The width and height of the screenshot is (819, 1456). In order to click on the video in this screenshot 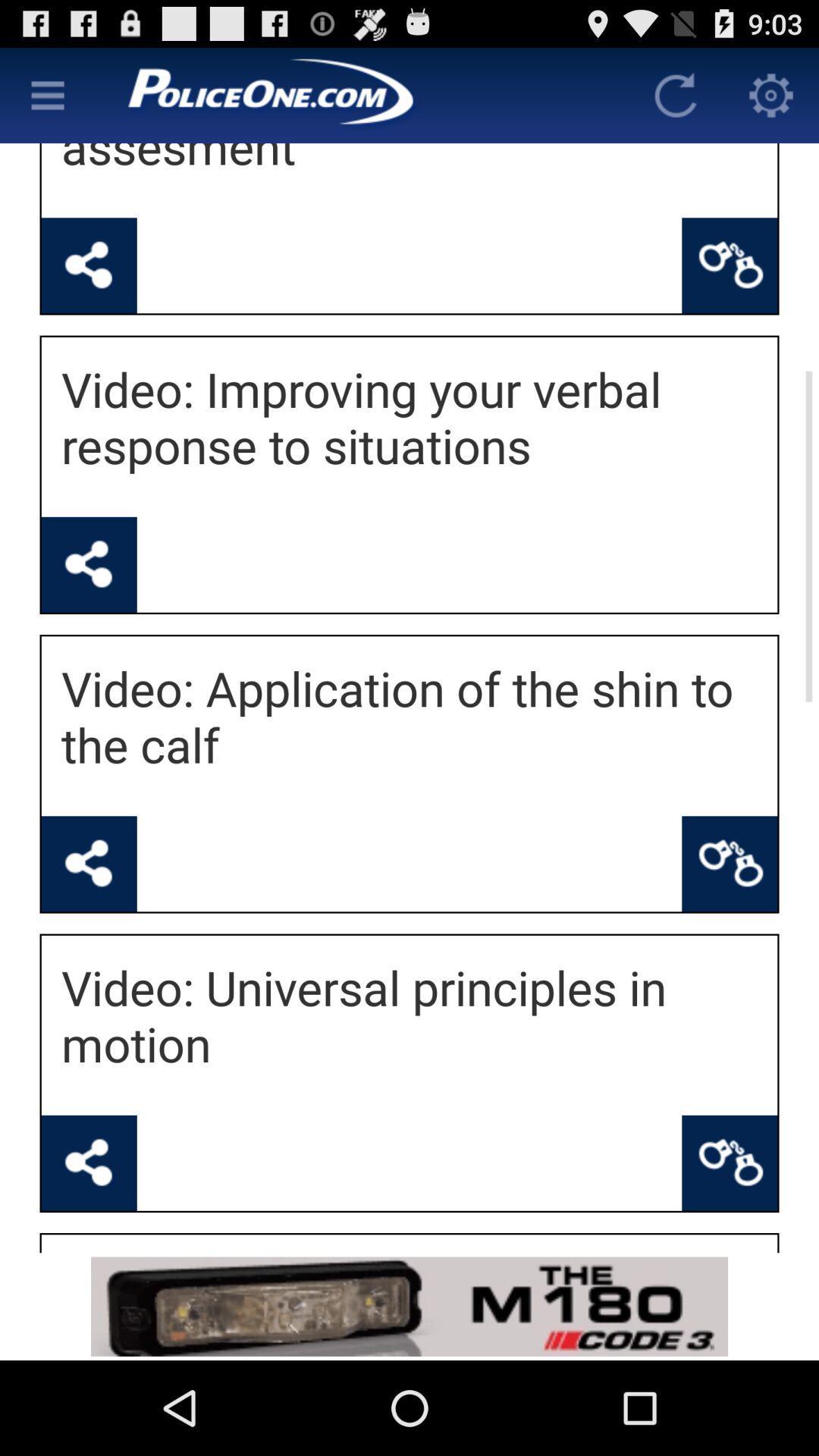, I will do `click(89, 864)`.